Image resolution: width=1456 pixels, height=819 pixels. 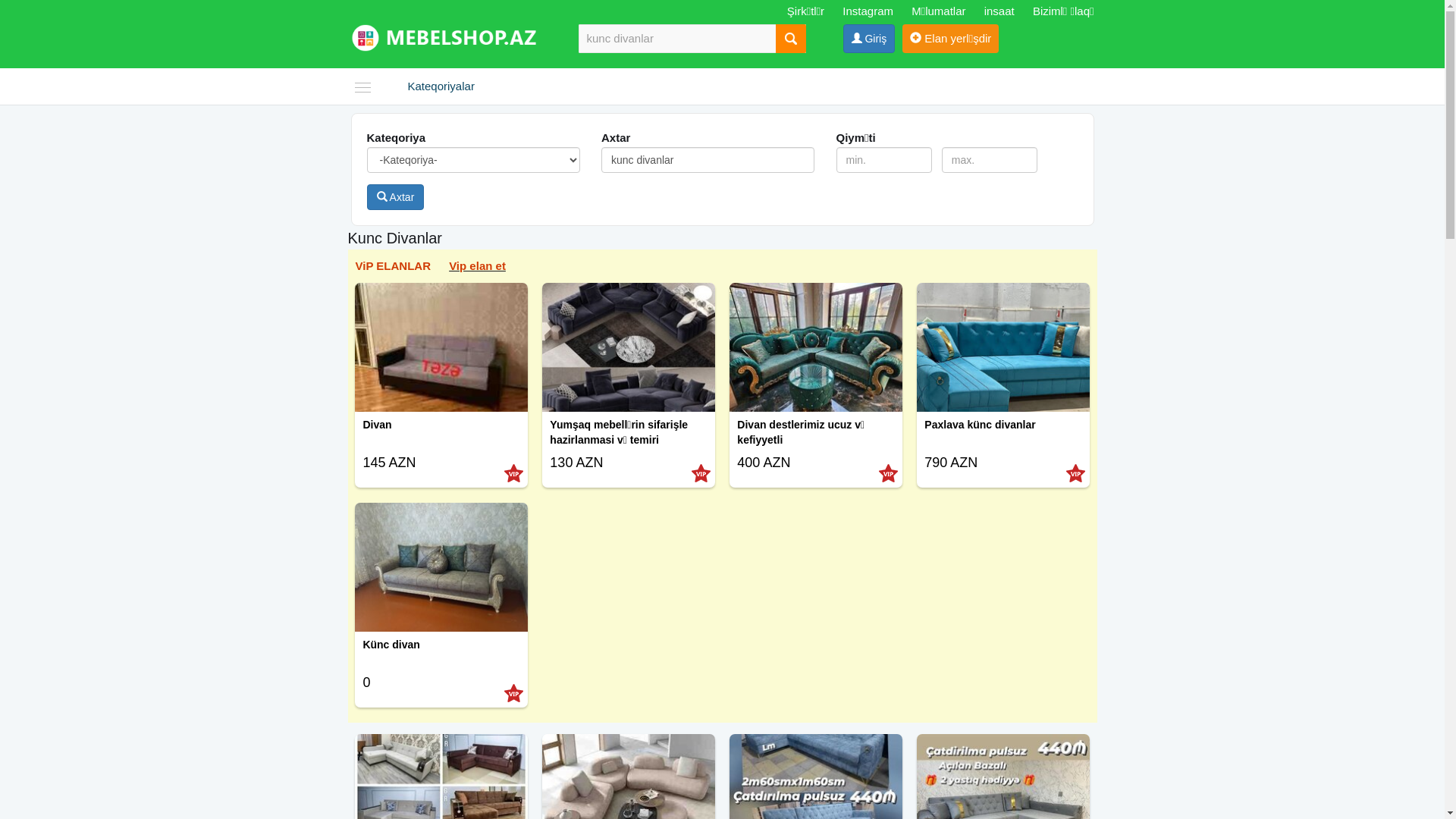 I want to click on 'min.', so click(x=884, y=160).